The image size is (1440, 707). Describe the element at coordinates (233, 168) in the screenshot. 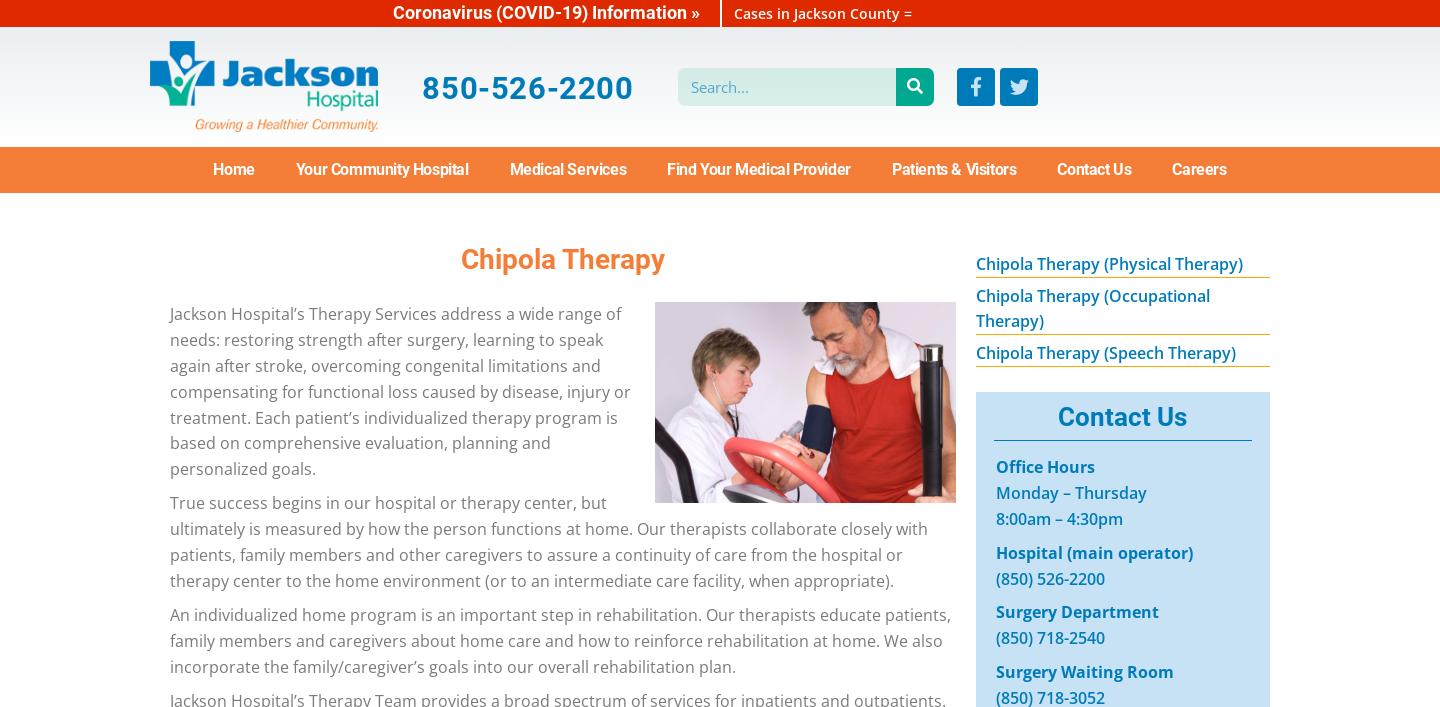

I see `'Home'` at that location.